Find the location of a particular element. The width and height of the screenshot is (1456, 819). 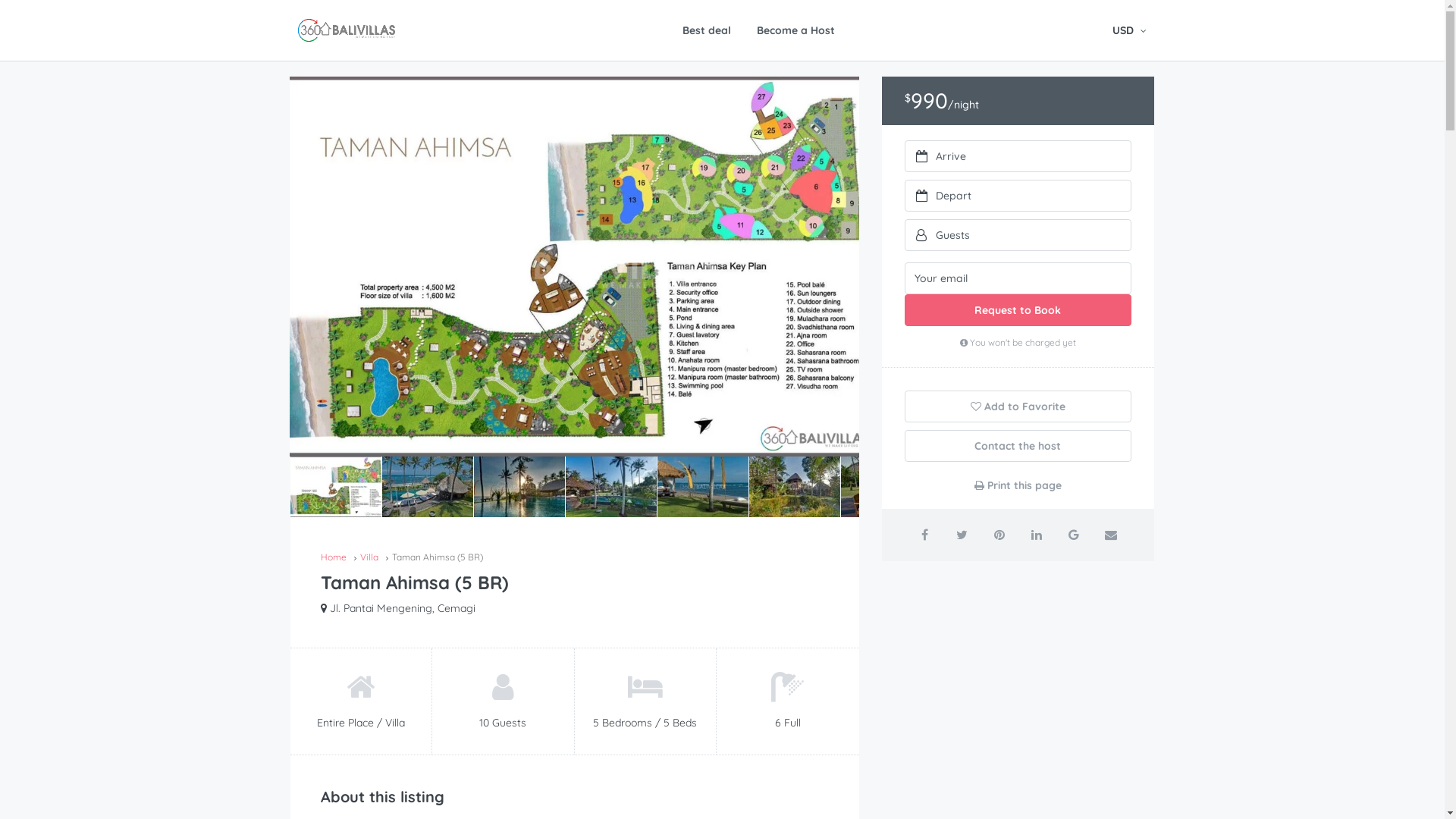

'360 Bali Villas - What you see is what you get' is located at coordinates (345, 30).